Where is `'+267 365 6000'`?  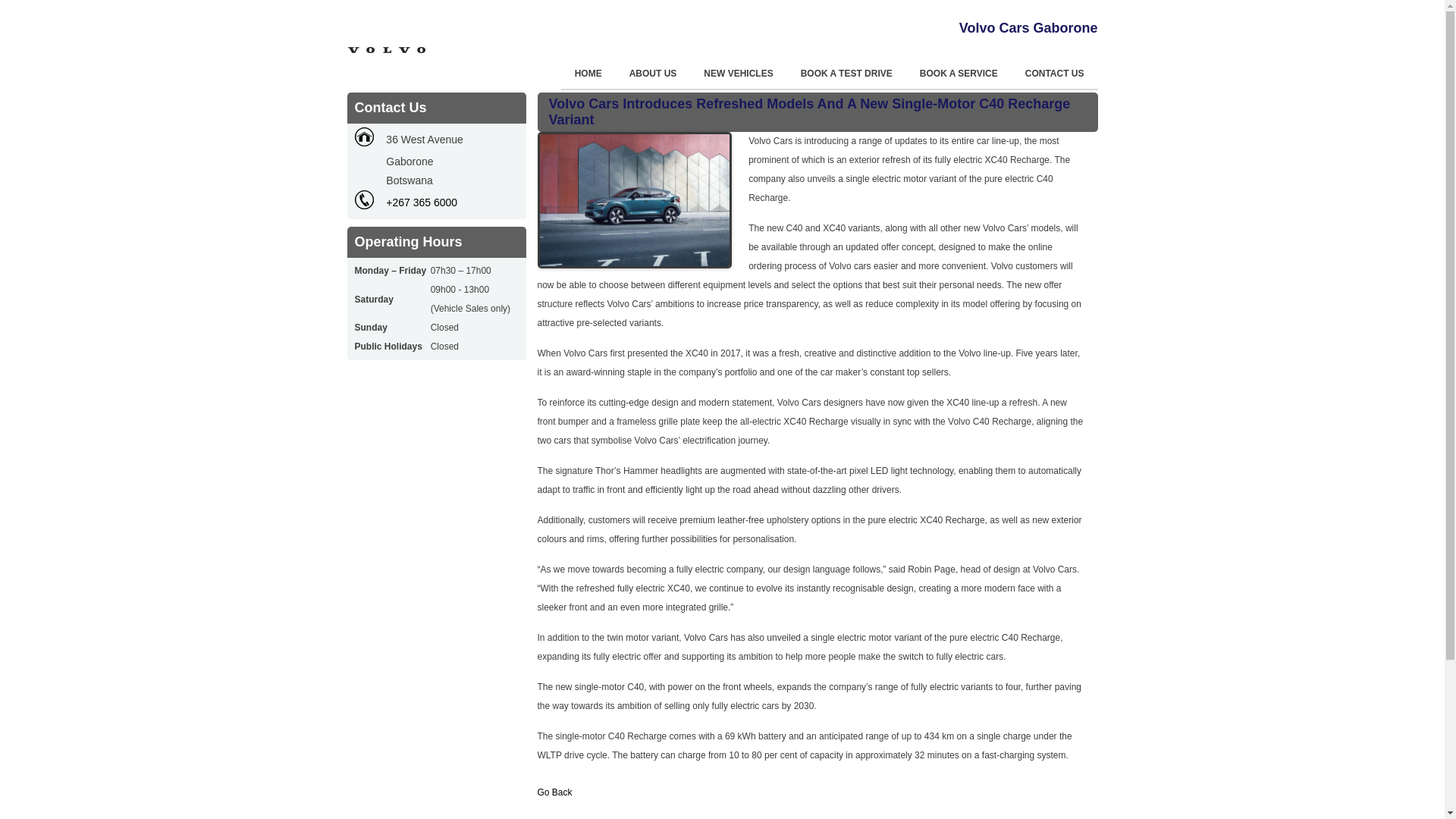
'+267 365 6000' is located at coordinates (422, 201).